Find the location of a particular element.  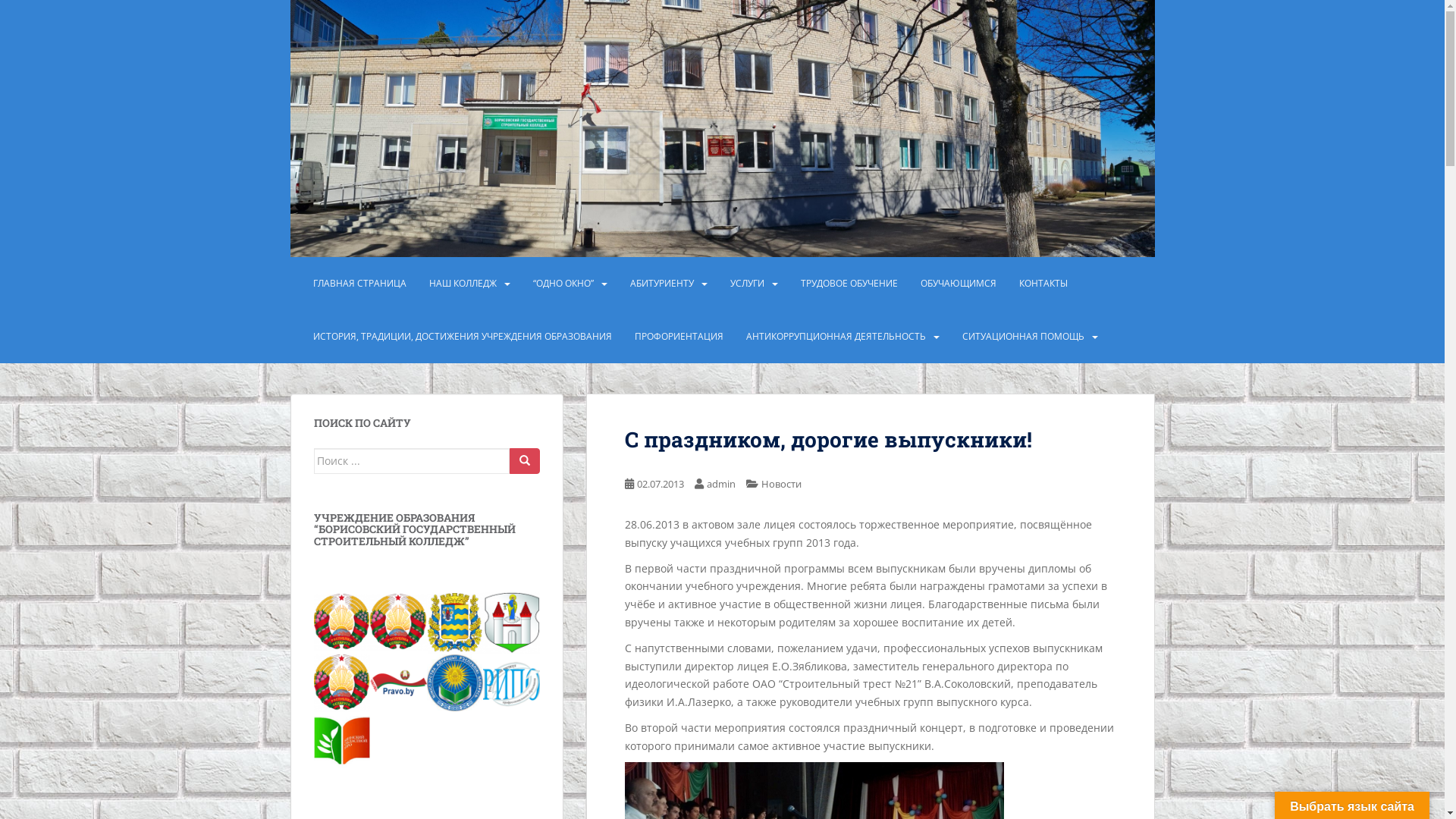

'admin' is located at coordinates (720, 483).